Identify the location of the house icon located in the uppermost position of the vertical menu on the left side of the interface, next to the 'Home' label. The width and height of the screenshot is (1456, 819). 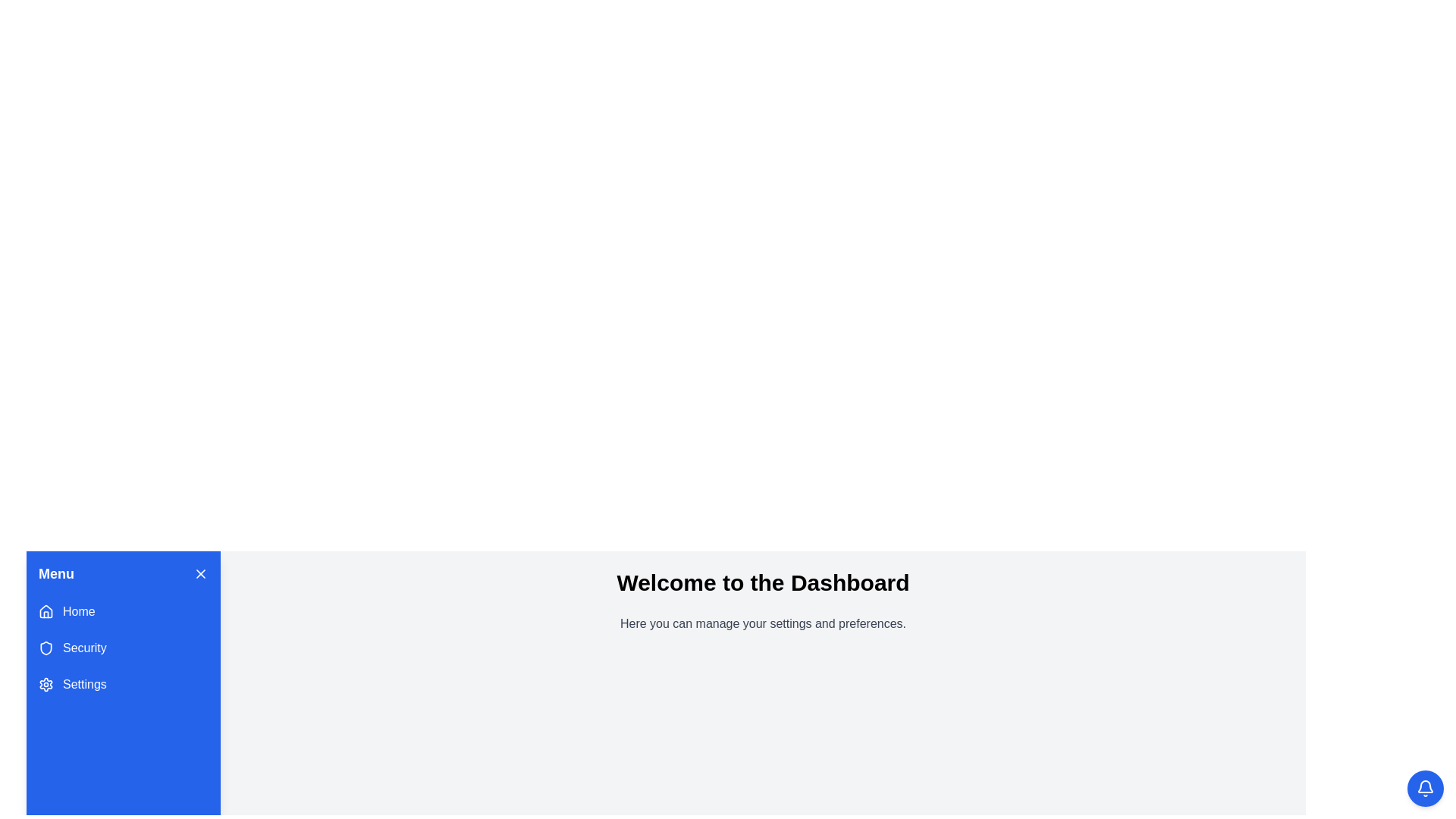
(46, 610).